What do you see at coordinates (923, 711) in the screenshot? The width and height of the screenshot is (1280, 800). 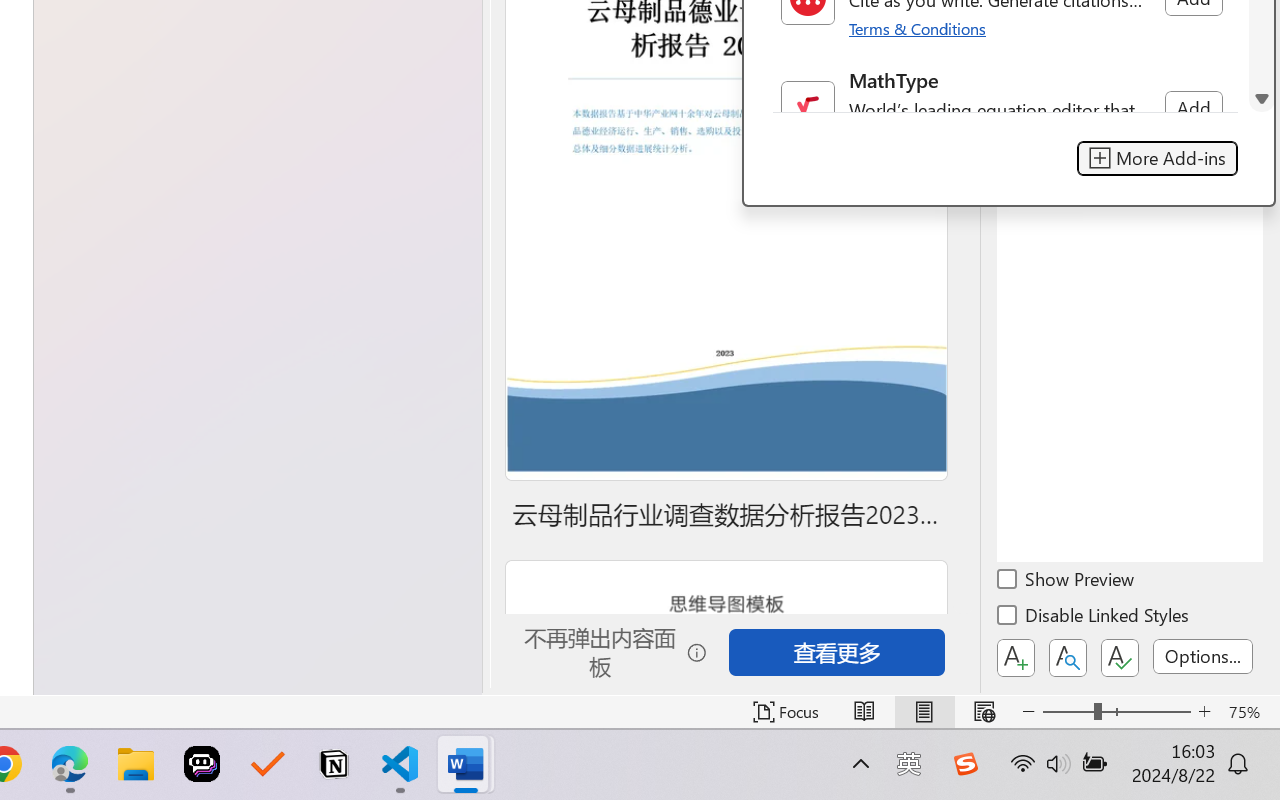 I see `'Print Layout'` at bounding box center [923, 711].